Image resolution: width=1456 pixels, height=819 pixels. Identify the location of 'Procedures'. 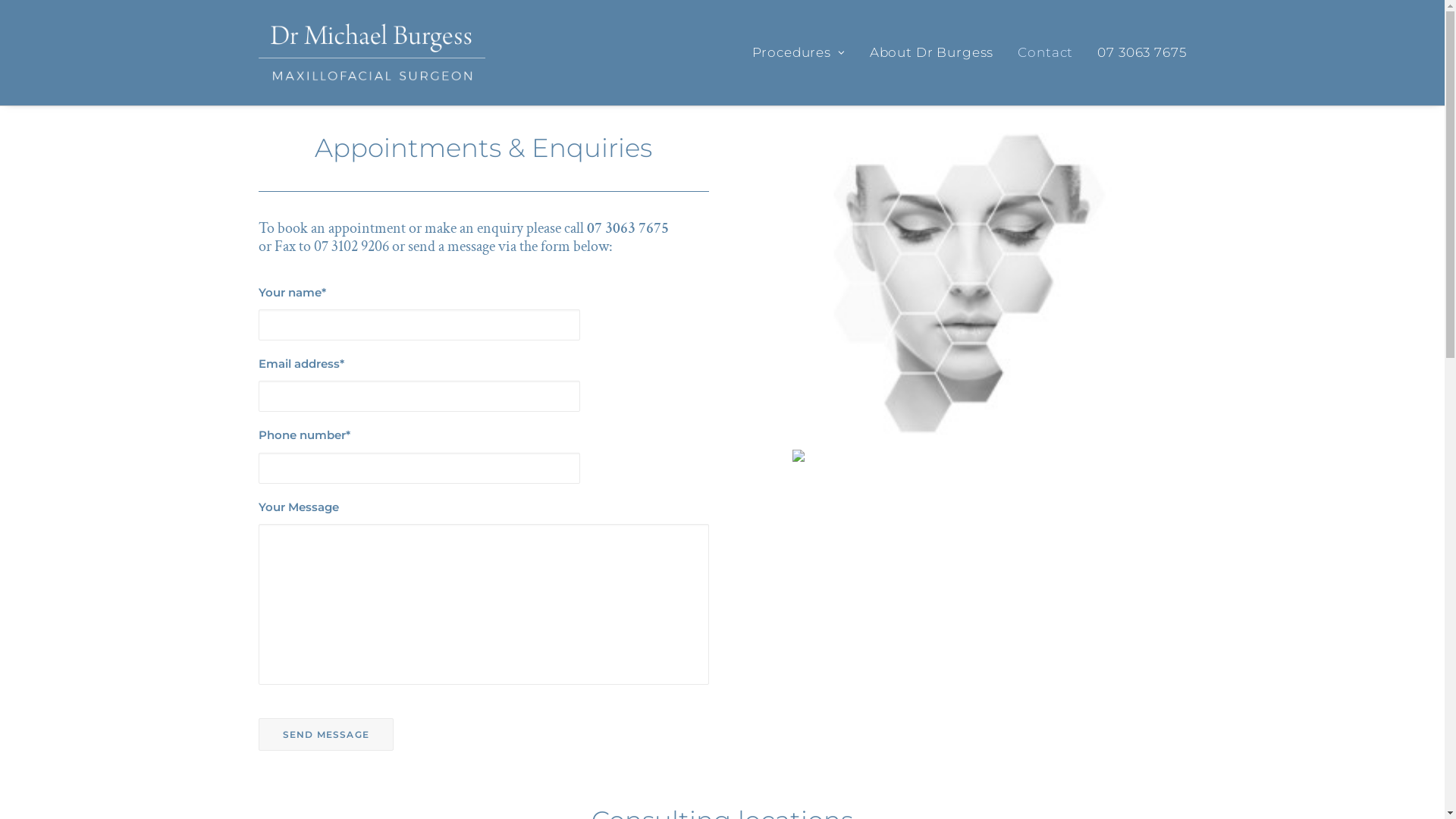
(803, 52).